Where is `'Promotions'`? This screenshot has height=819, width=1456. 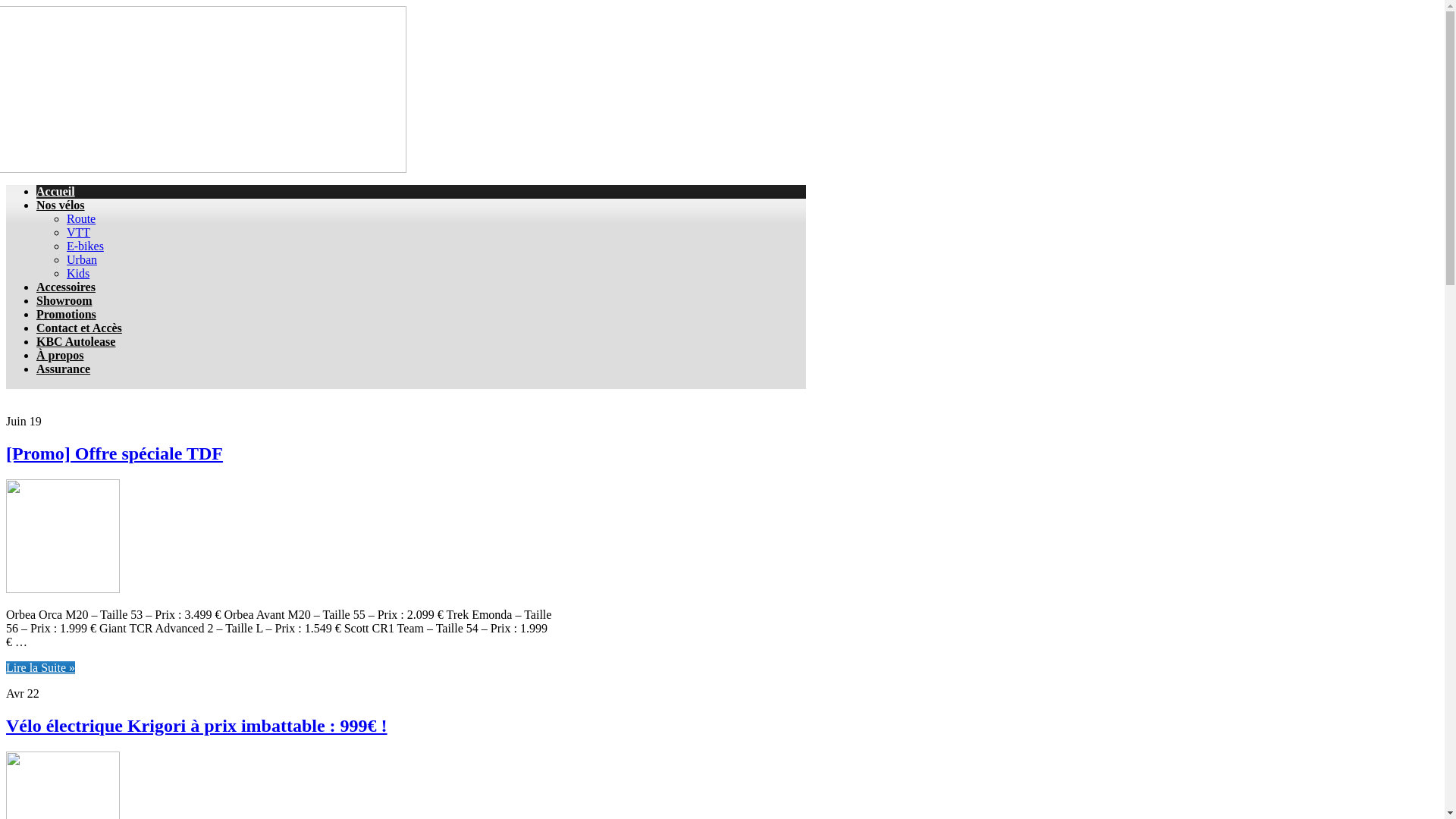 'Promotions' is located at coordinates (65, 313).